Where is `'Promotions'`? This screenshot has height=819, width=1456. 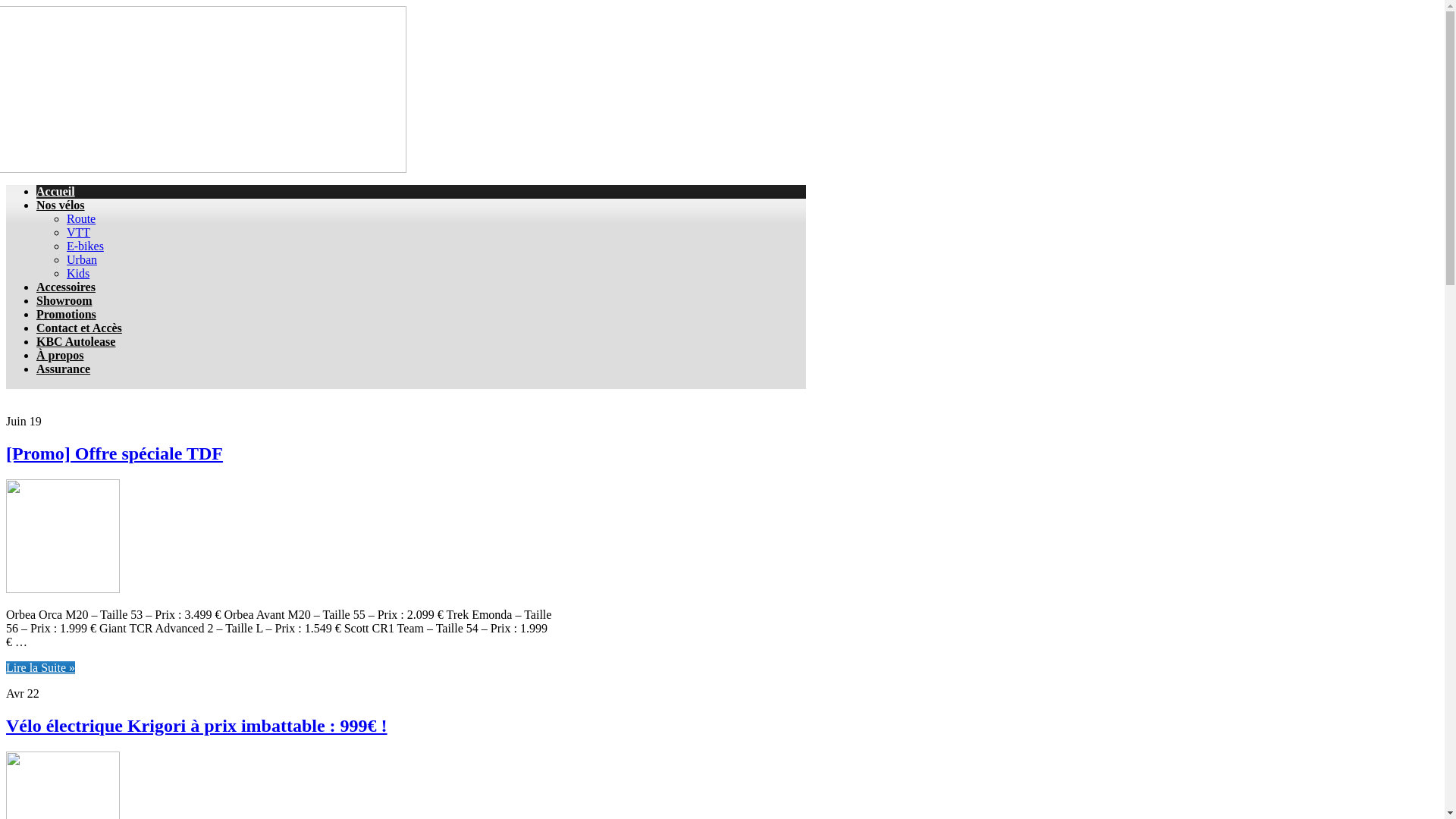 'Promotions' is located at coordinates (65, 313).